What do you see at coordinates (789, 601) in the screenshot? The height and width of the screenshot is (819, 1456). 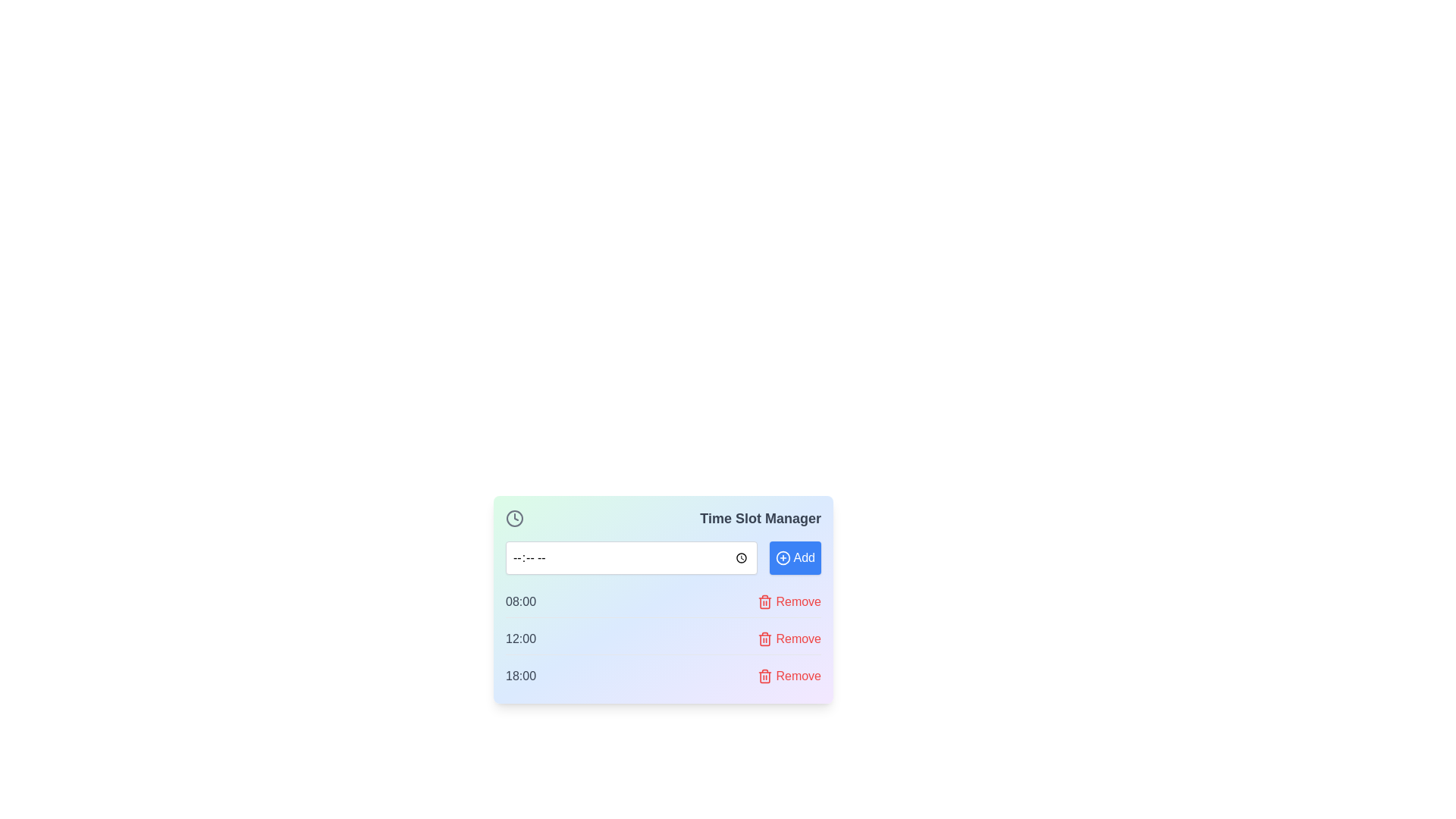 I see `the 'Remove' interactive button with a trashcan icon` at bounding box center [789, 601].